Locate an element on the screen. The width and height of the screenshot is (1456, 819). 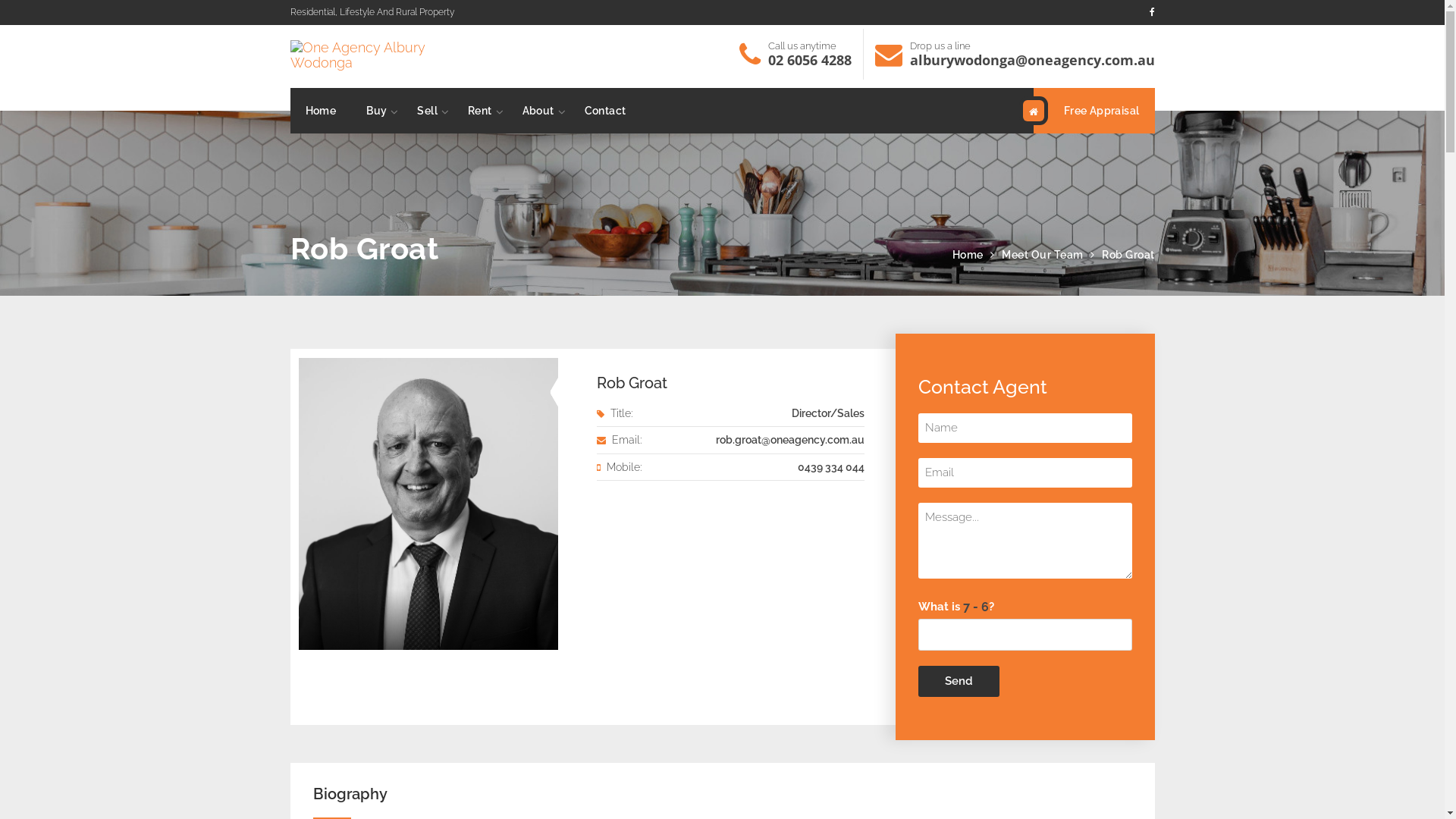
'Rent' is located at coordinates (479, 110).